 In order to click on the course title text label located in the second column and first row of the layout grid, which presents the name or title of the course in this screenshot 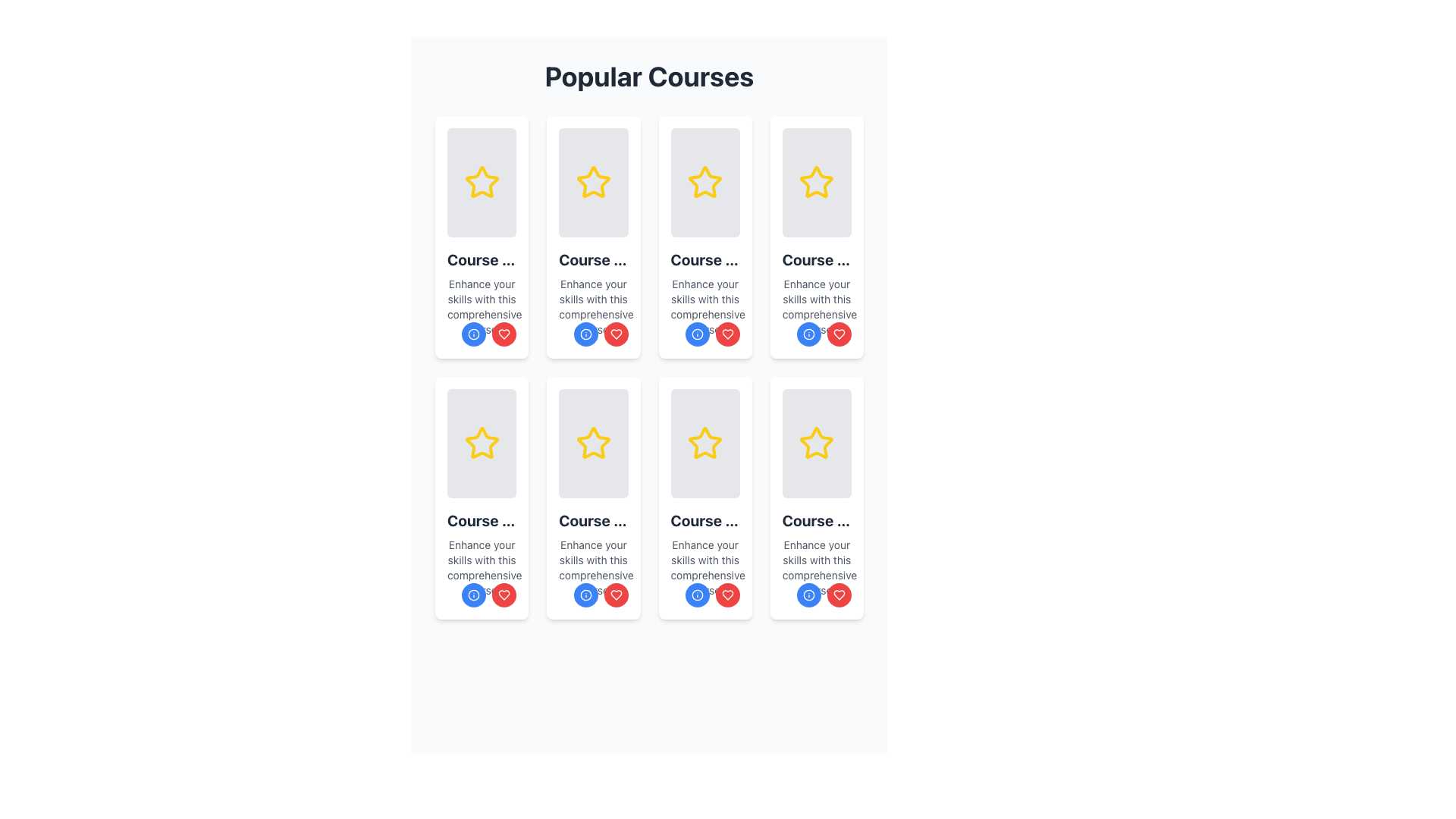, I will do `click(592, 259)`.